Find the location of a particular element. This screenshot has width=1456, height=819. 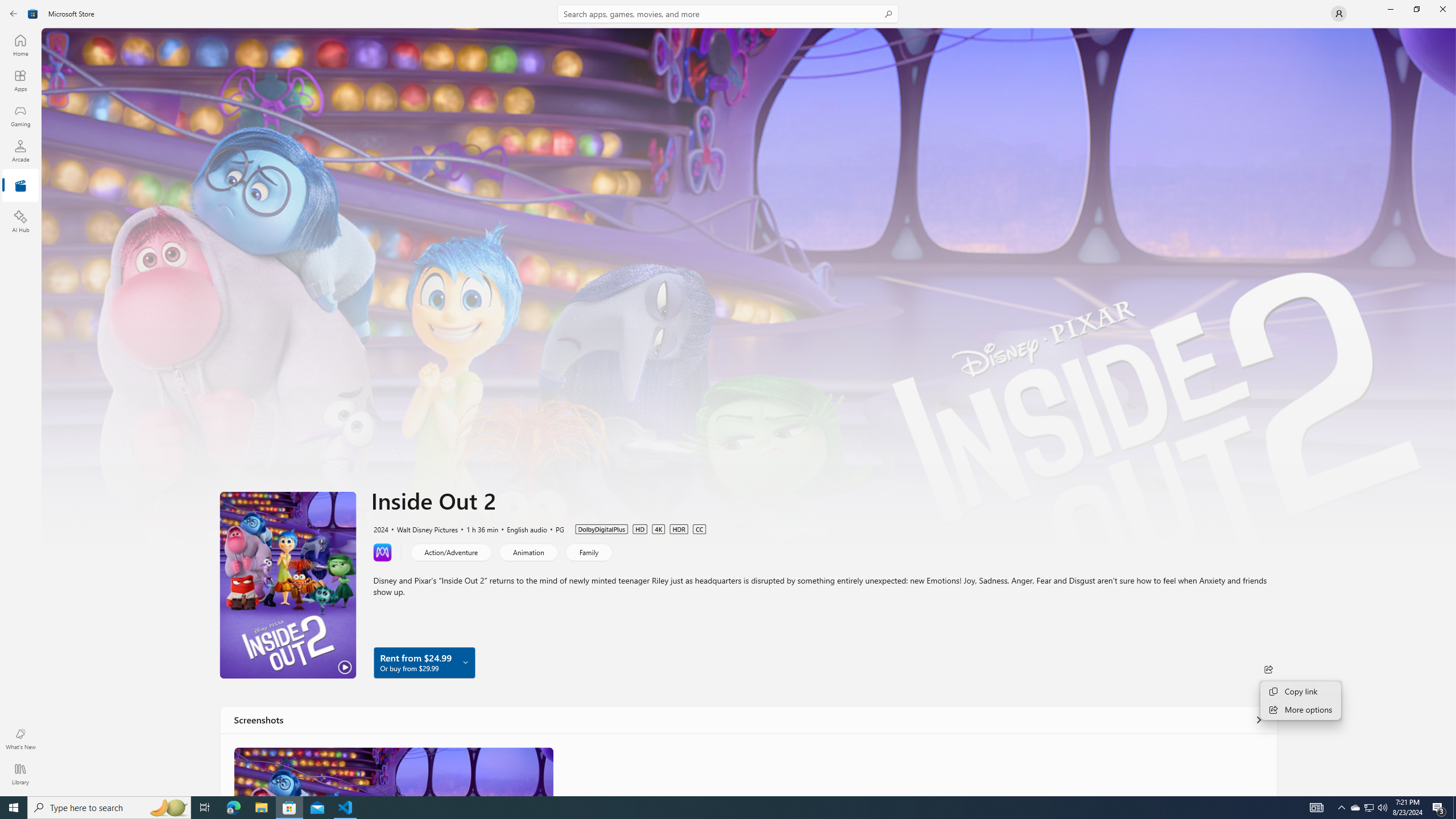

'Play Trailer' is located at coordinates (287, 584).